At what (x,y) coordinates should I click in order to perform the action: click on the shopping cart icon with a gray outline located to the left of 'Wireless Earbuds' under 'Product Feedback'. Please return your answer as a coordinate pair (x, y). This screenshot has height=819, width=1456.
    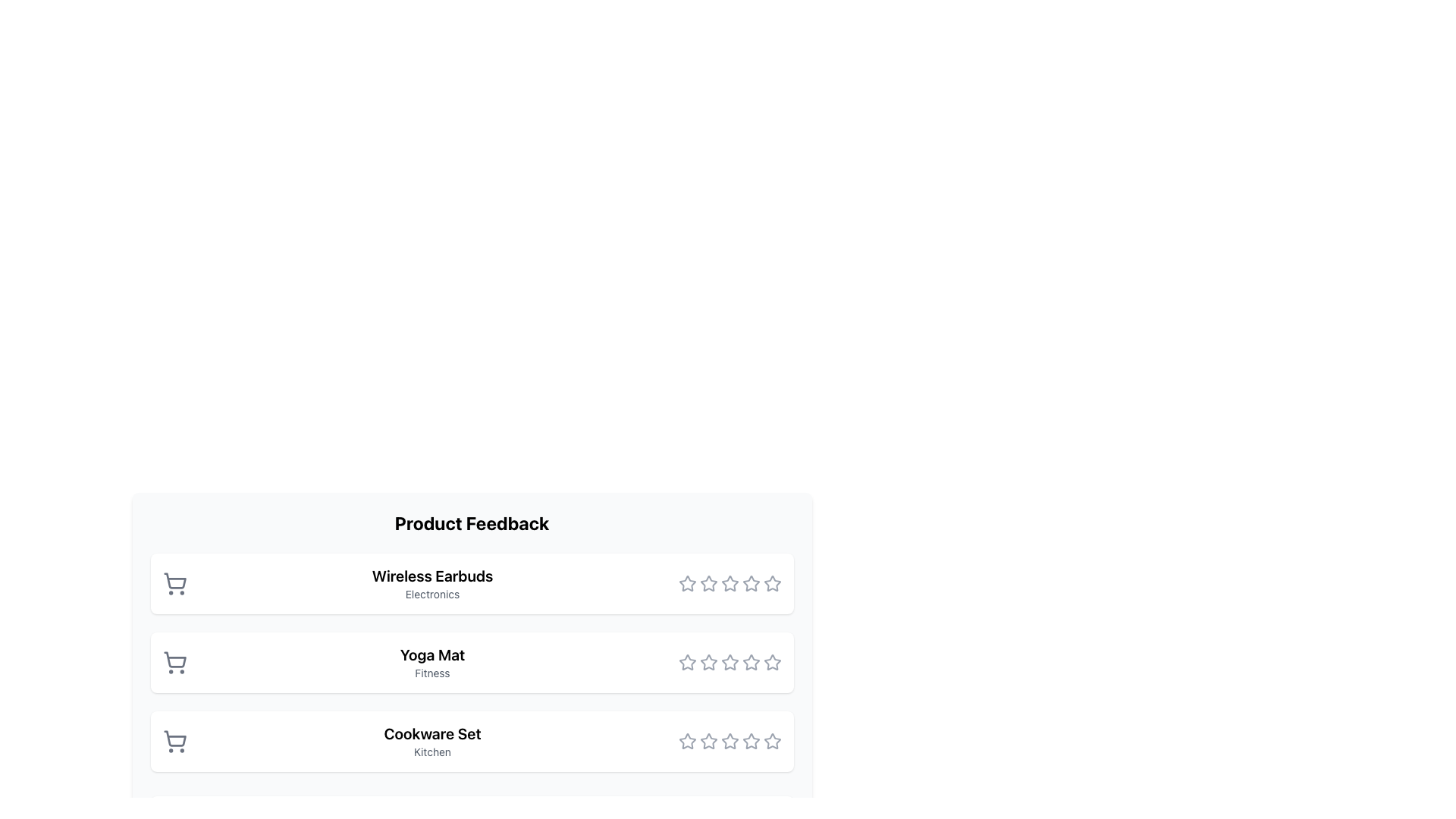
    Looking at the image, I should click on (174, 583).